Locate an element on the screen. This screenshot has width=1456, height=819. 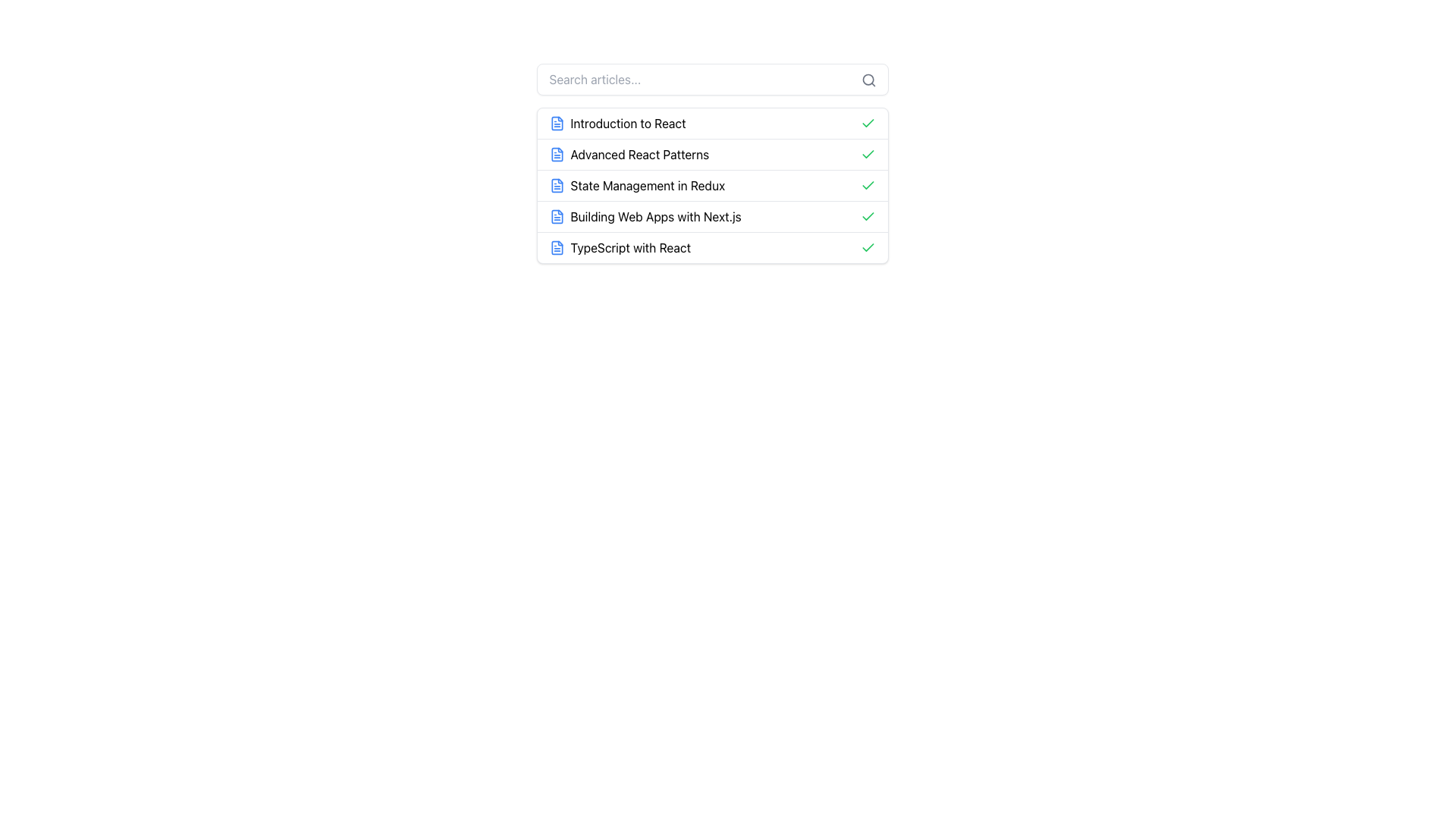
the search icon element, which is represented by a circle symbolizing a magnifying glass lens, located in the top right corner of the search bar is located at coordinates (868, 80).